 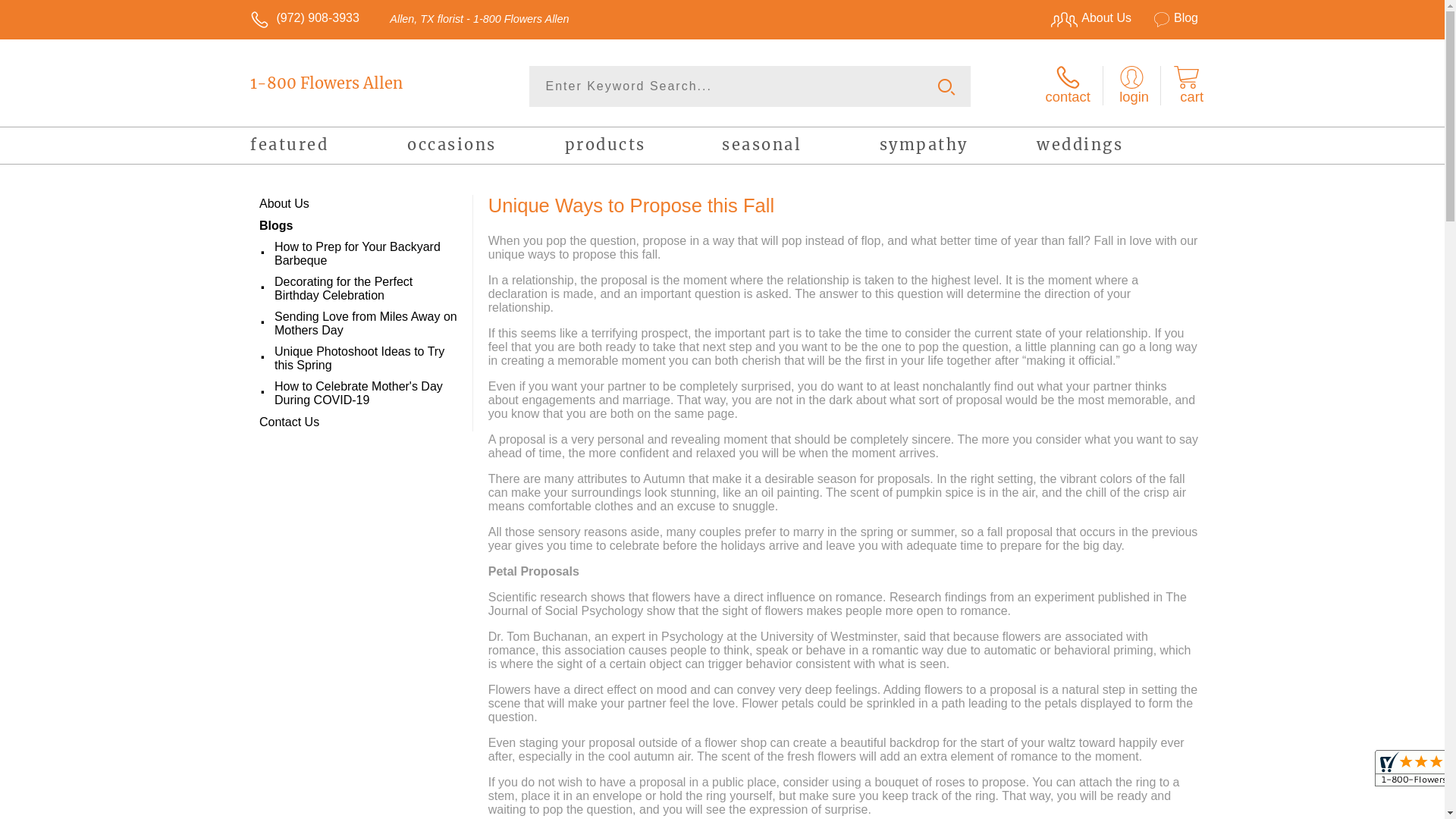 I want to click on 'How to Celebrate Mother's Day During COVID-19', so click(x=367, y=393).